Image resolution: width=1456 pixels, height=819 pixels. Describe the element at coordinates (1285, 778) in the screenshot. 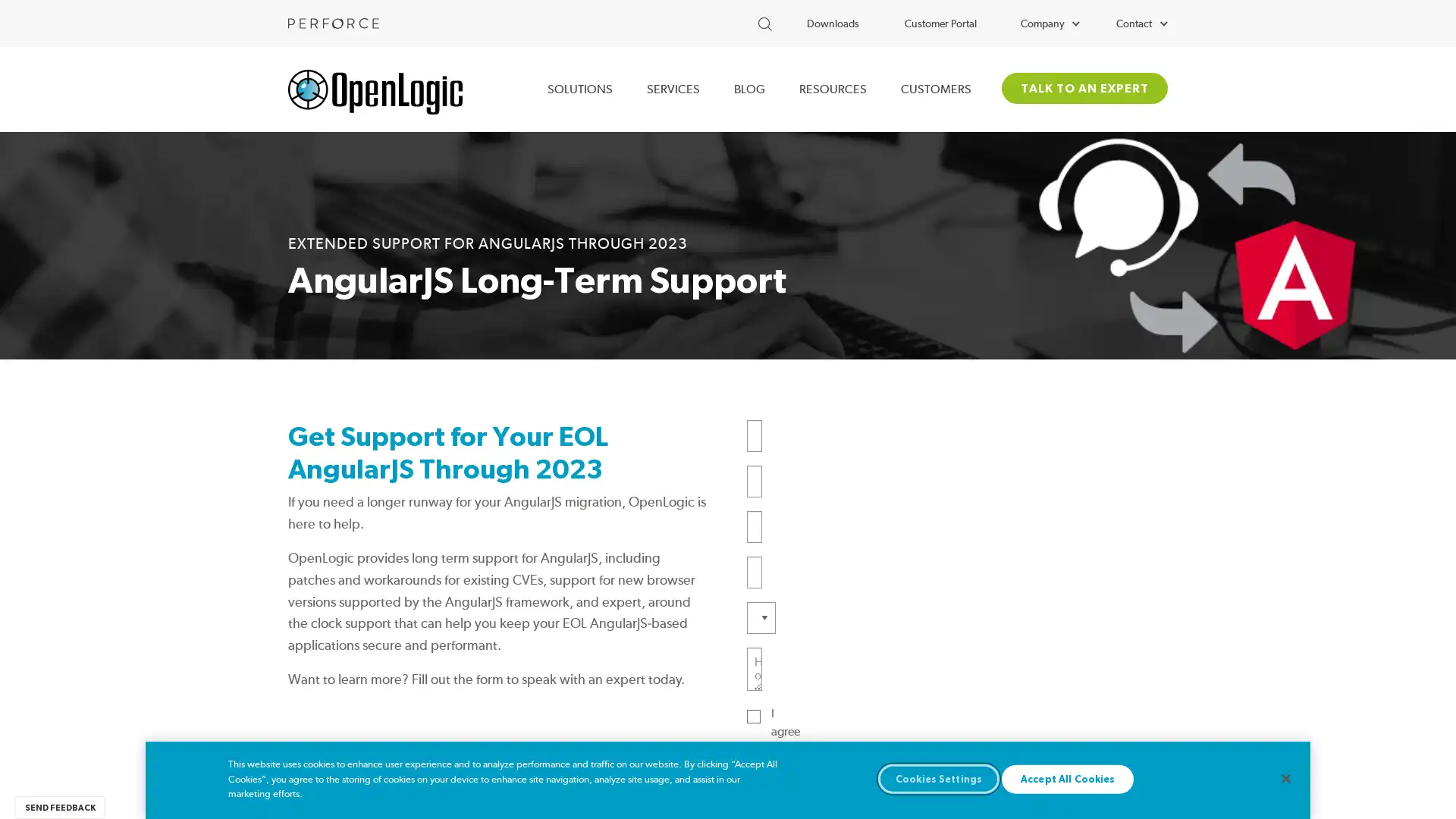

I see `Close` at that location.